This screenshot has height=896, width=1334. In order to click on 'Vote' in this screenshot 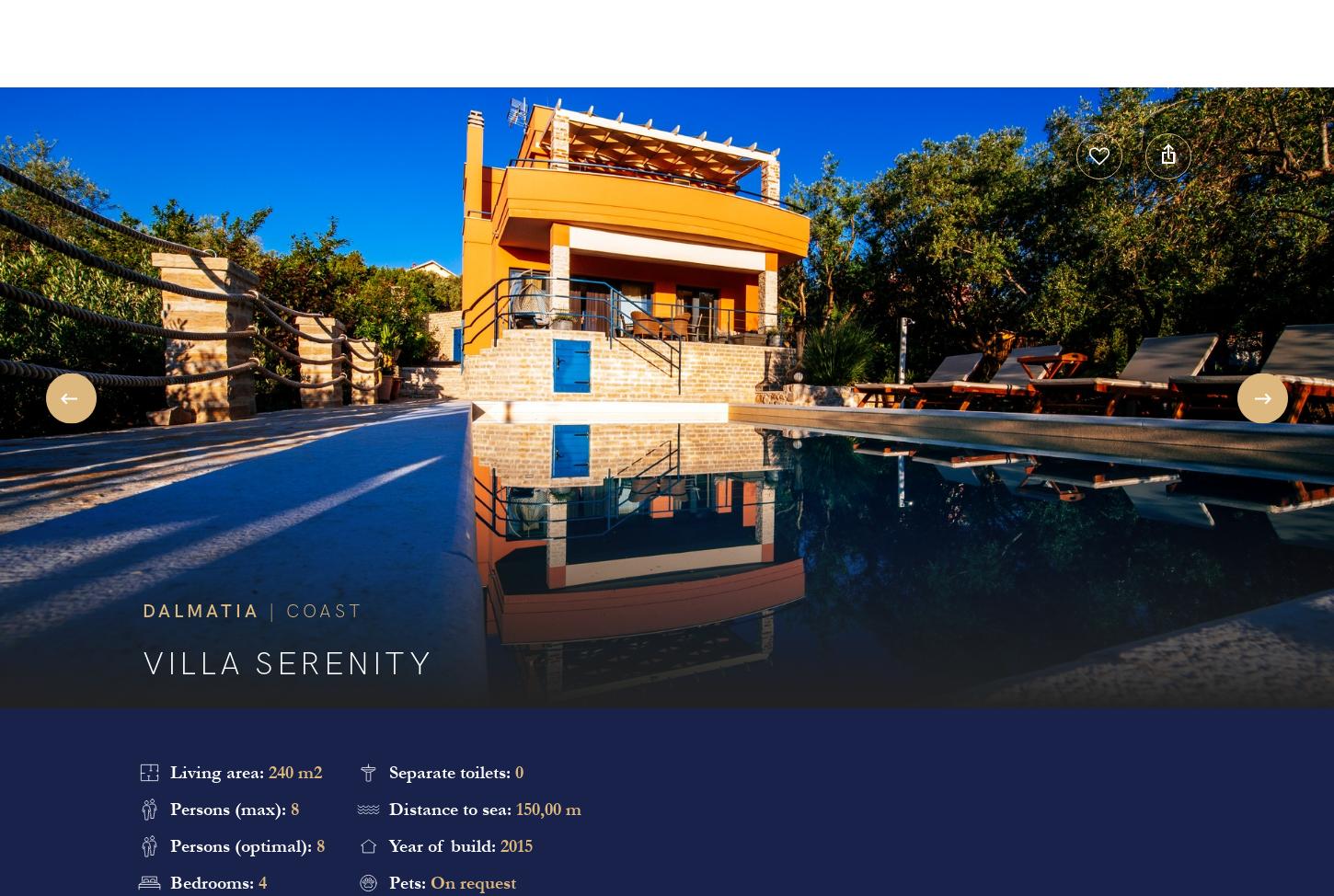, I will do `click(562, 853)`.